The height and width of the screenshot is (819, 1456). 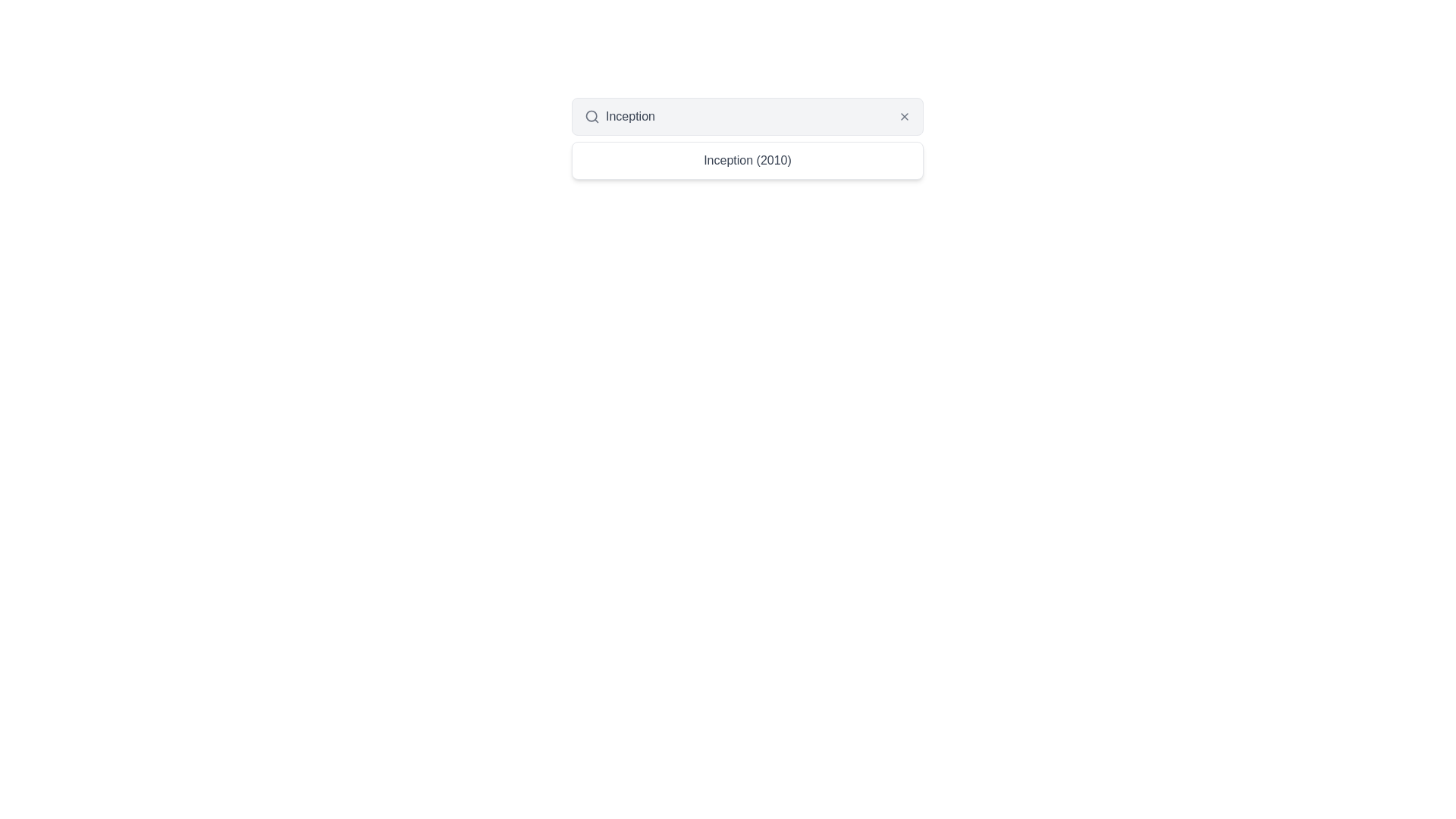 I want to click on the 'X' icon located on the far right of the search bar to clear the input field containing 'Inception', so click(x=905, y=116).